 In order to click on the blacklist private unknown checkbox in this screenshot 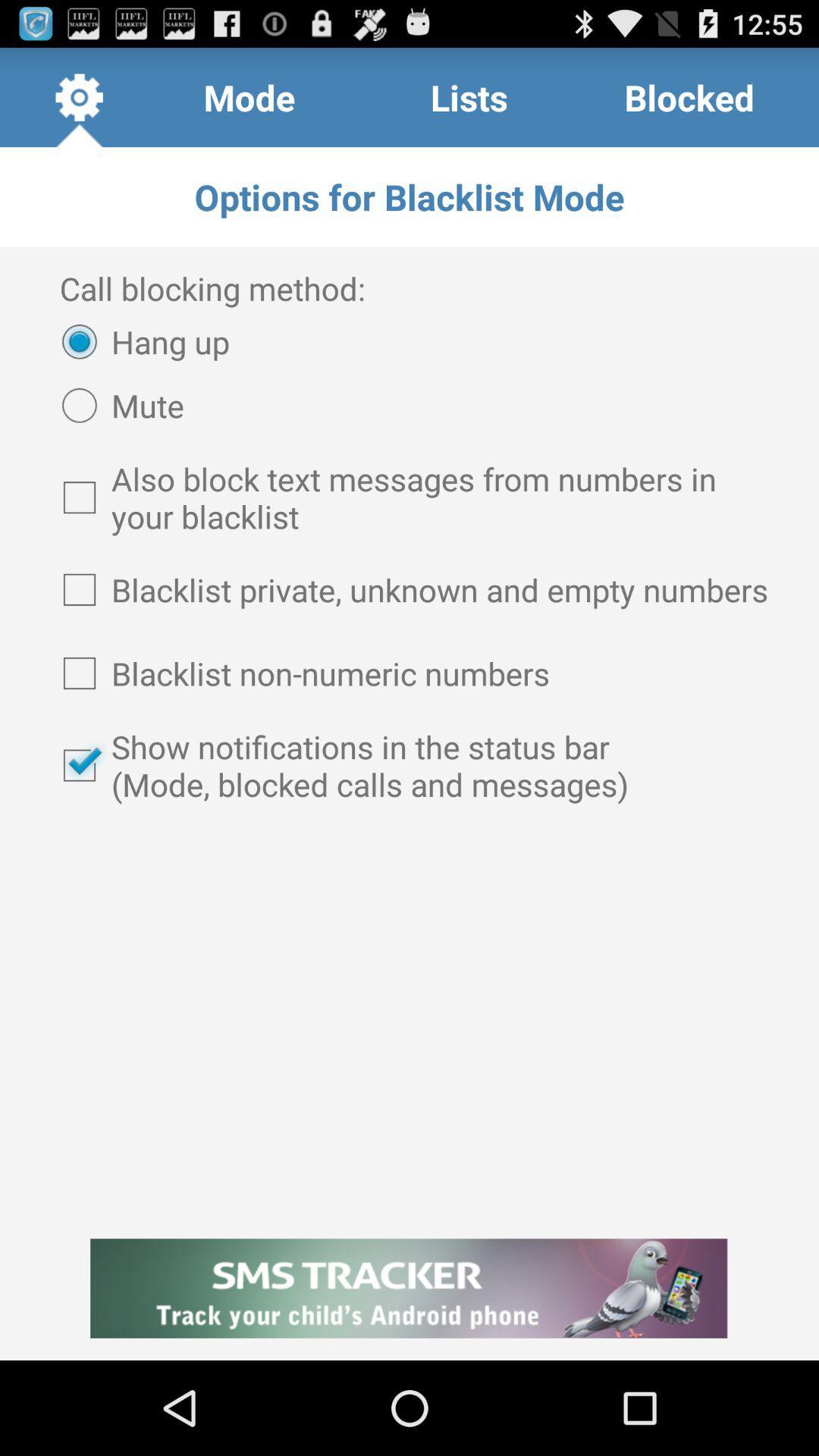, I will do `click(409, 588)`.